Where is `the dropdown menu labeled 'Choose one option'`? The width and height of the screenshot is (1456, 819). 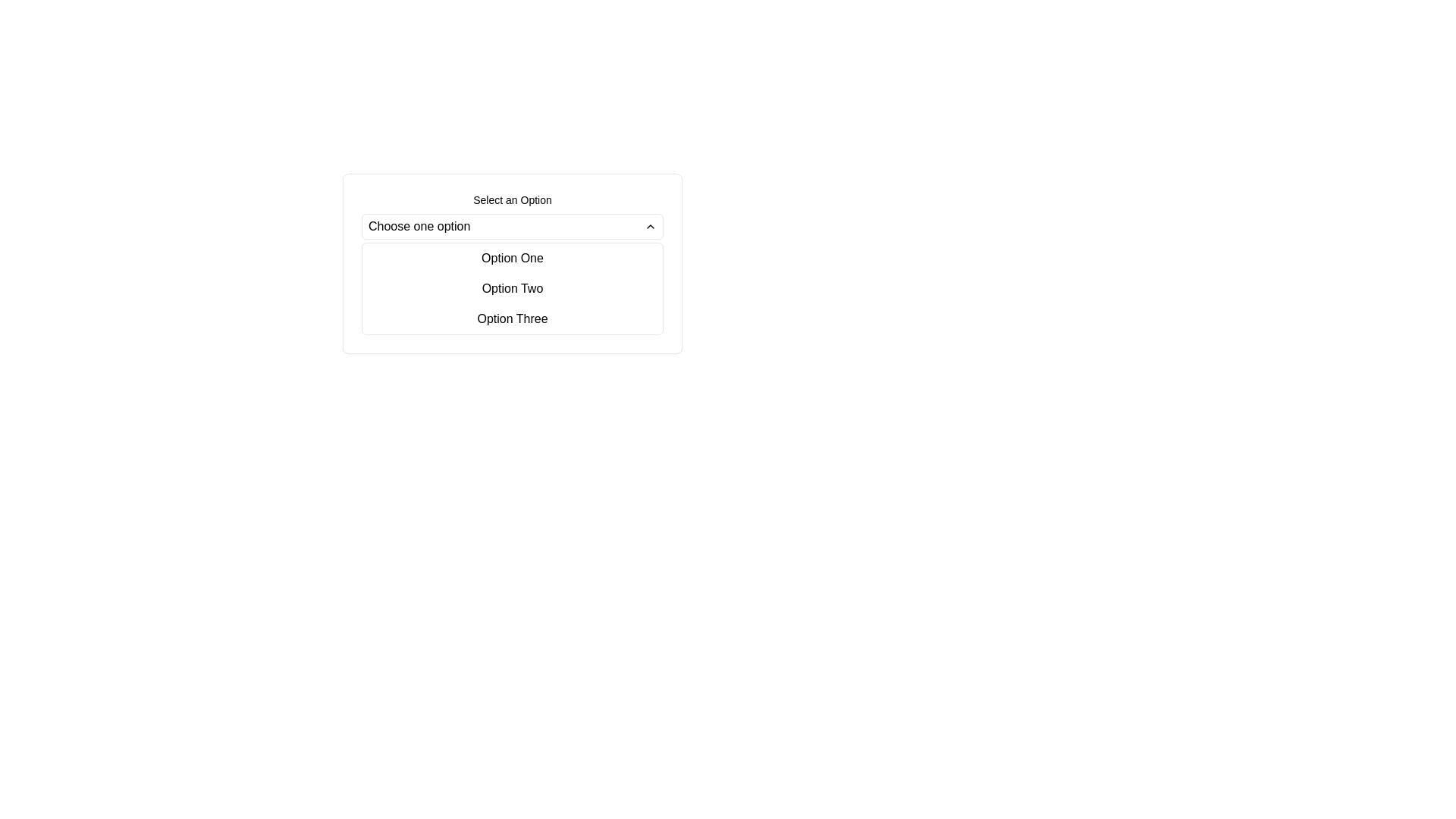 the dropdown menu labeled 'Choose one option' is located at coordinates (513, 227).